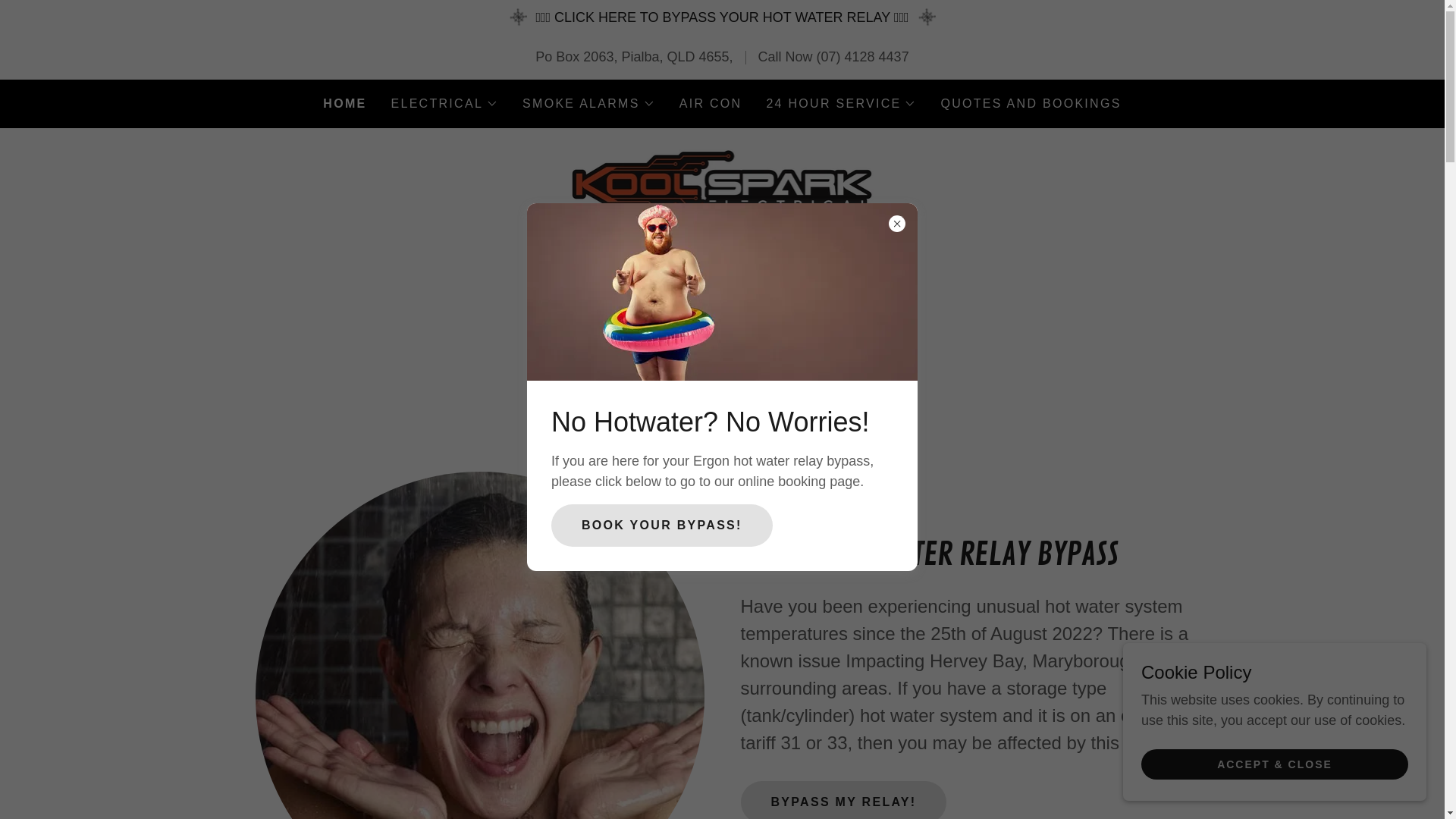 Image resolution: width=1456 pixels, height=819 pixels. I want to click on 'QUOTES AND BOOKINGS', so click(1030, 103).